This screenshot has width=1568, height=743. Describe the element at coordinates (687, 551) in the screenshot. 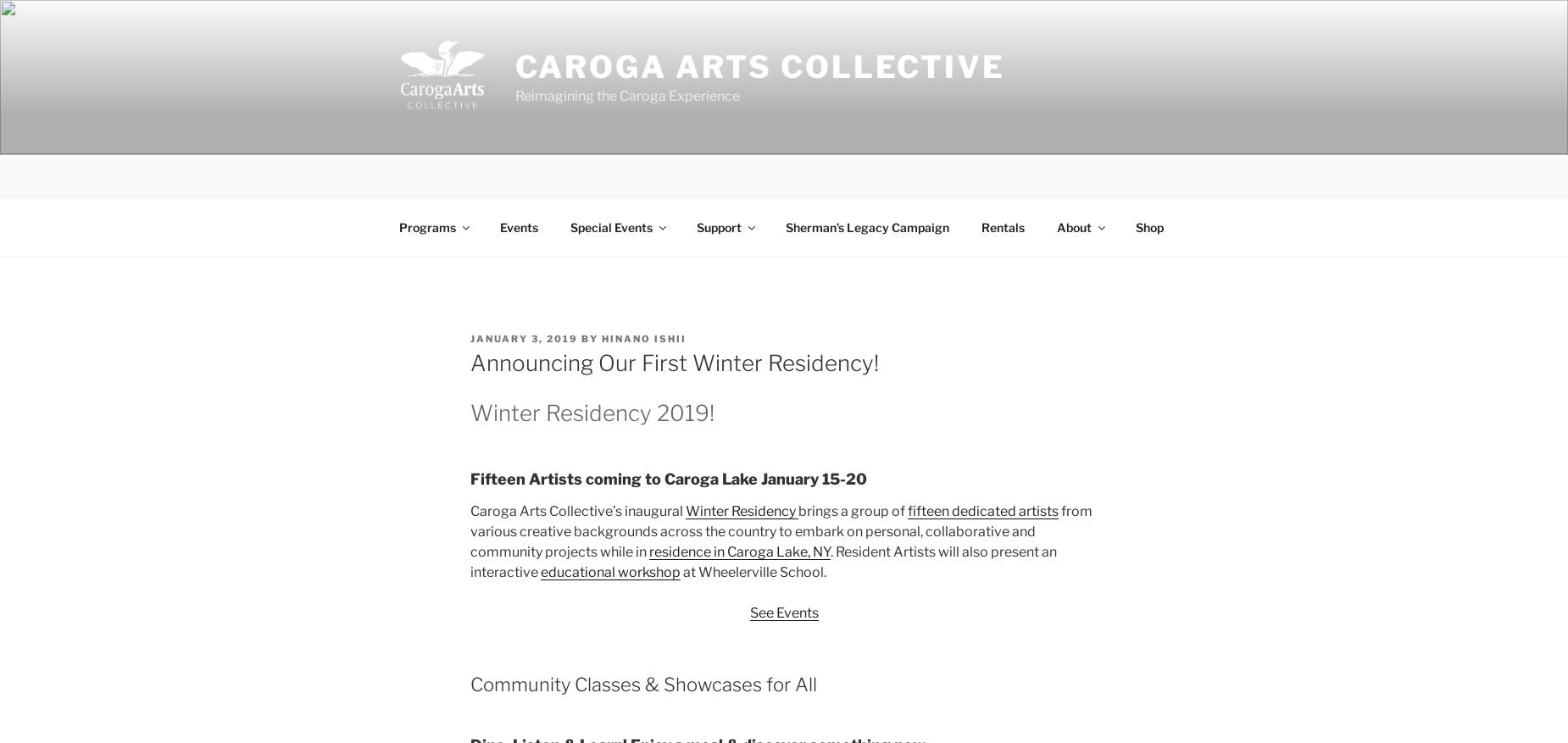

I see `'residence in'` at that location.